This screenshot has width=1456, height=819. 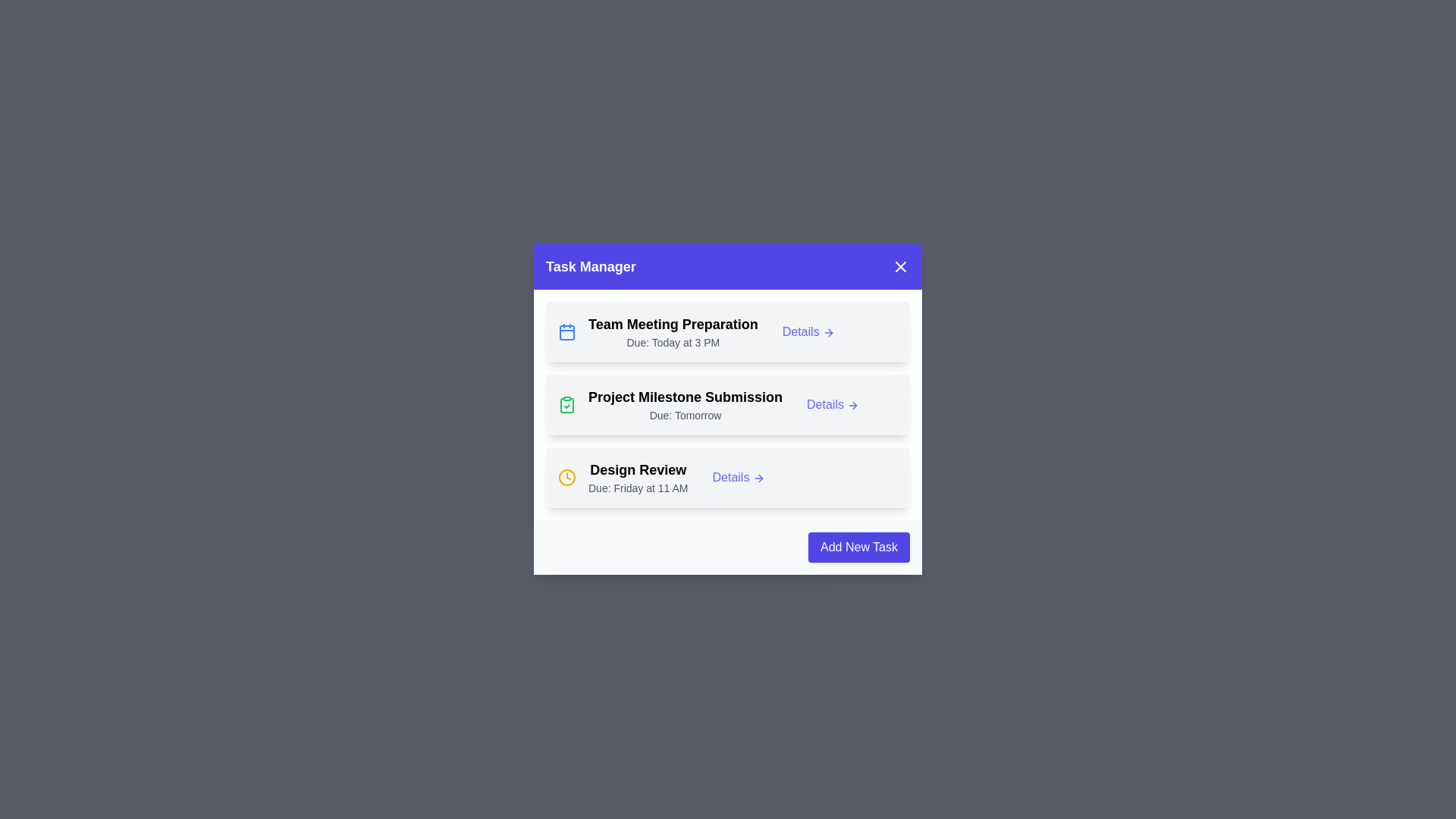 I want to click on the 'X' icon button located in the top-right corner of the 'Task Manager' header bar, so click(x=901, y=265).